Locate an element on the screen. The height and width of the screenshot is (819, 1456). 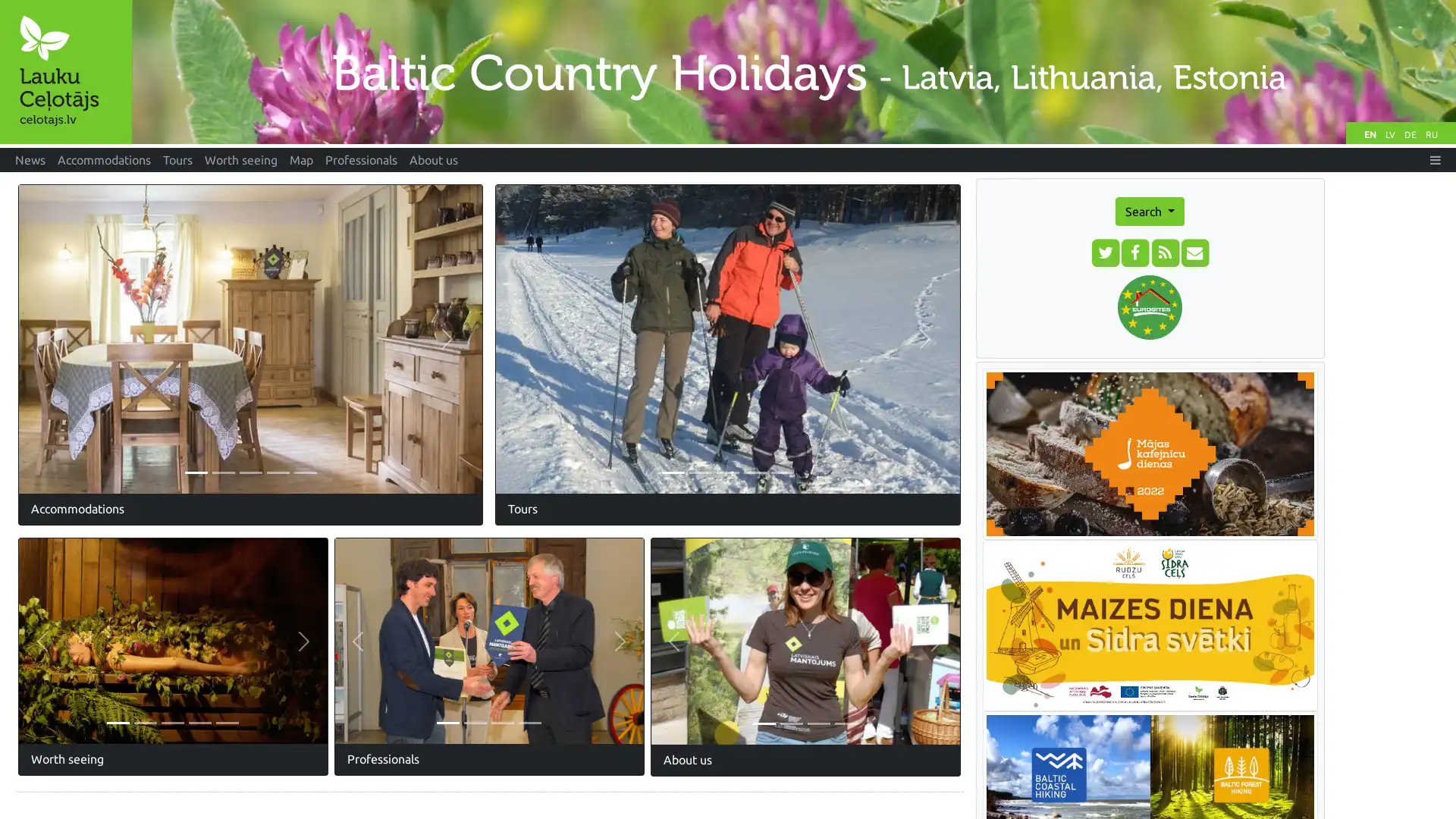
Previous is located at coordinates (673, 641).